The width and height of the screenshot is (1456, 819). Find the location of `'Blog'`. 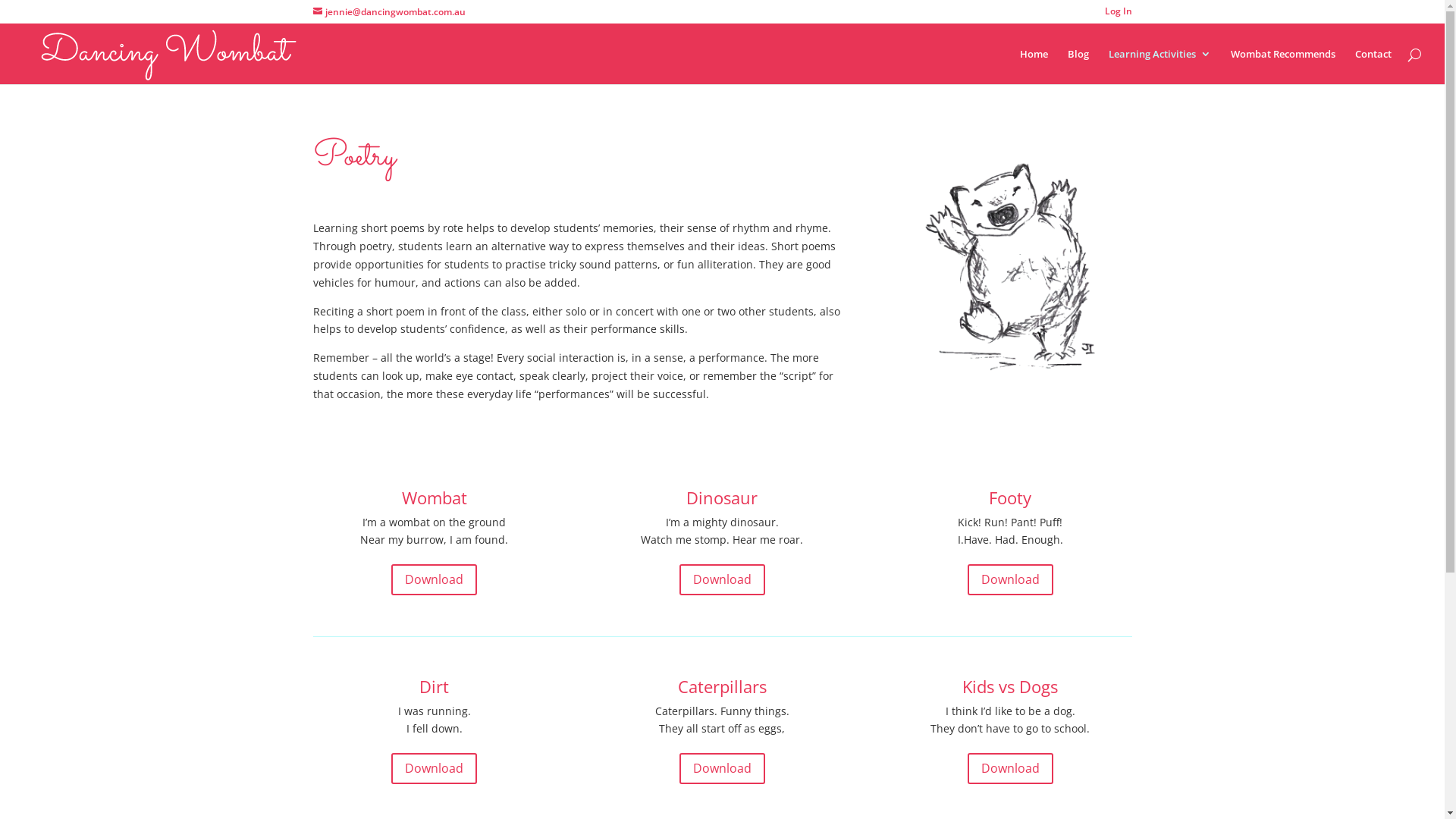

'Blog' is located at coordinates (1077, 65).